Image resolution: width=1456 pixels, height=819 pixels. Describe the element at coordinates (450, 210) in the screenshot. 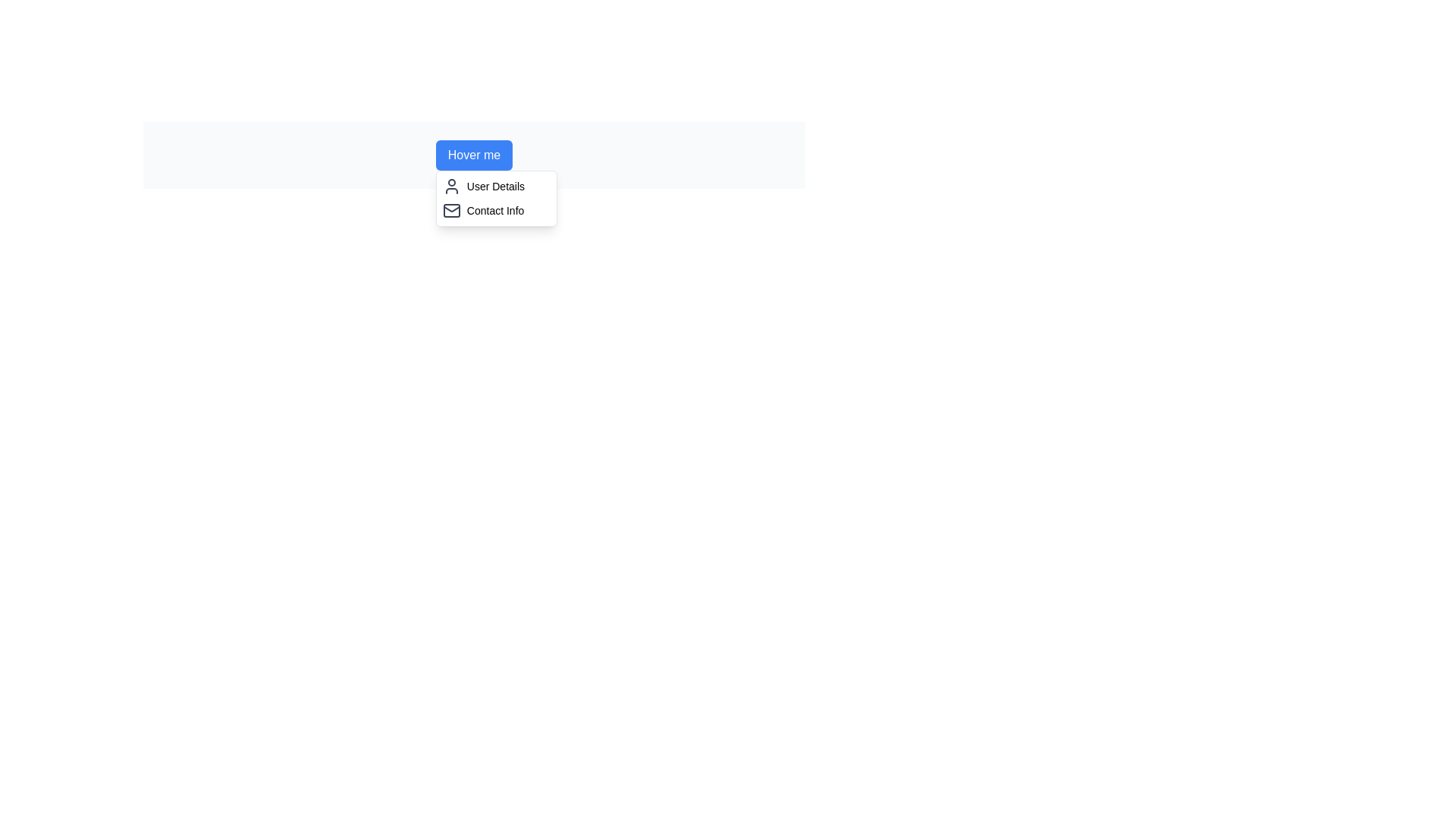

I see `the Graphical Icon Component of the mail icon located next to the 'Contact Info' text in the dropdown menu below the 'Hover me' button` at that location.